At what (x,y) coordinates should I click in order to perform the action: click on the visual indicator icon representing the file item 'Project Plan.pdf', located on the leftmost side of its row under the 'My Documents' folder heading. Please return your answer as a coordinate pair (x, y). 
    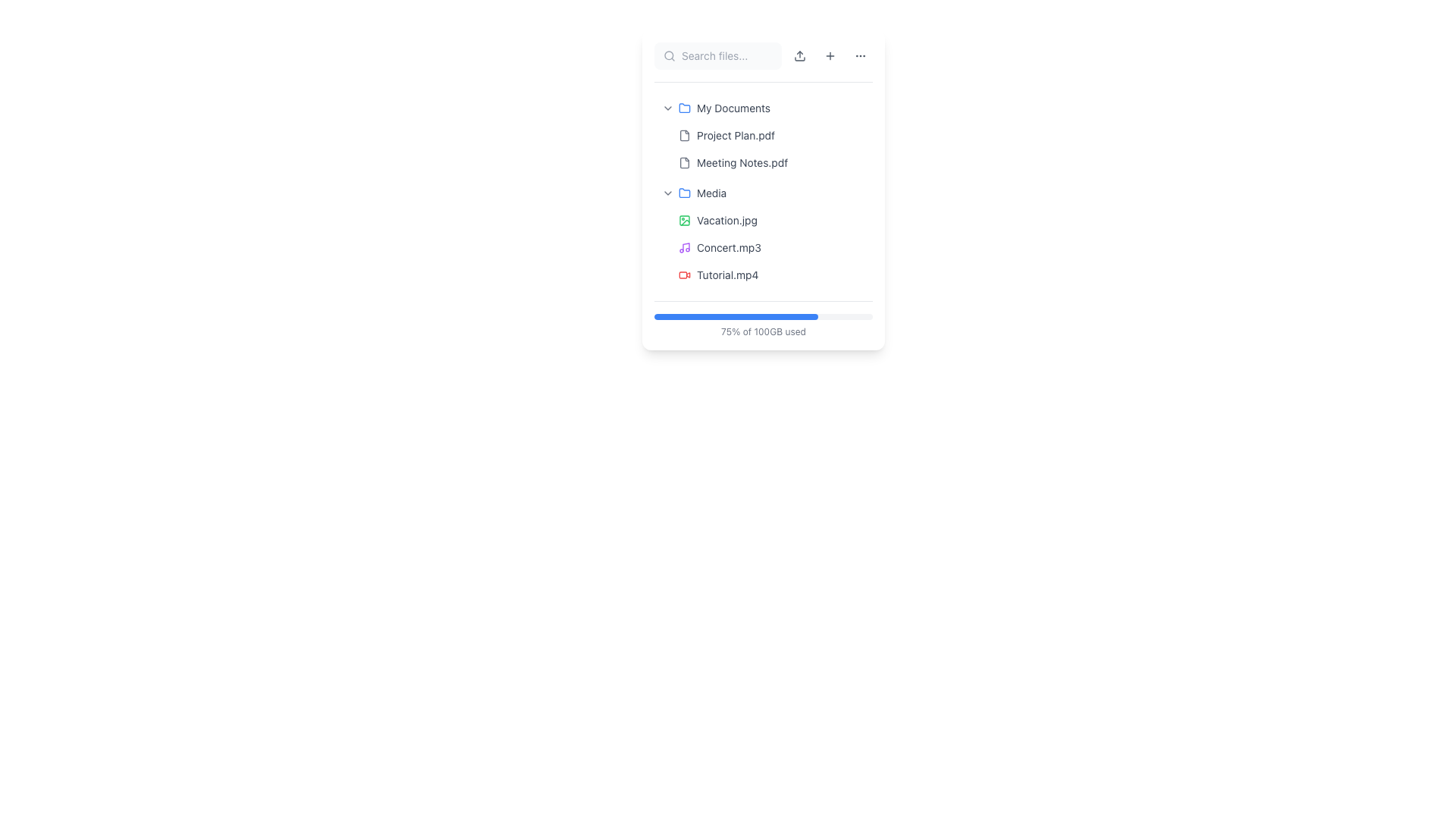
    Looking at the image, I should click on (683, 134).